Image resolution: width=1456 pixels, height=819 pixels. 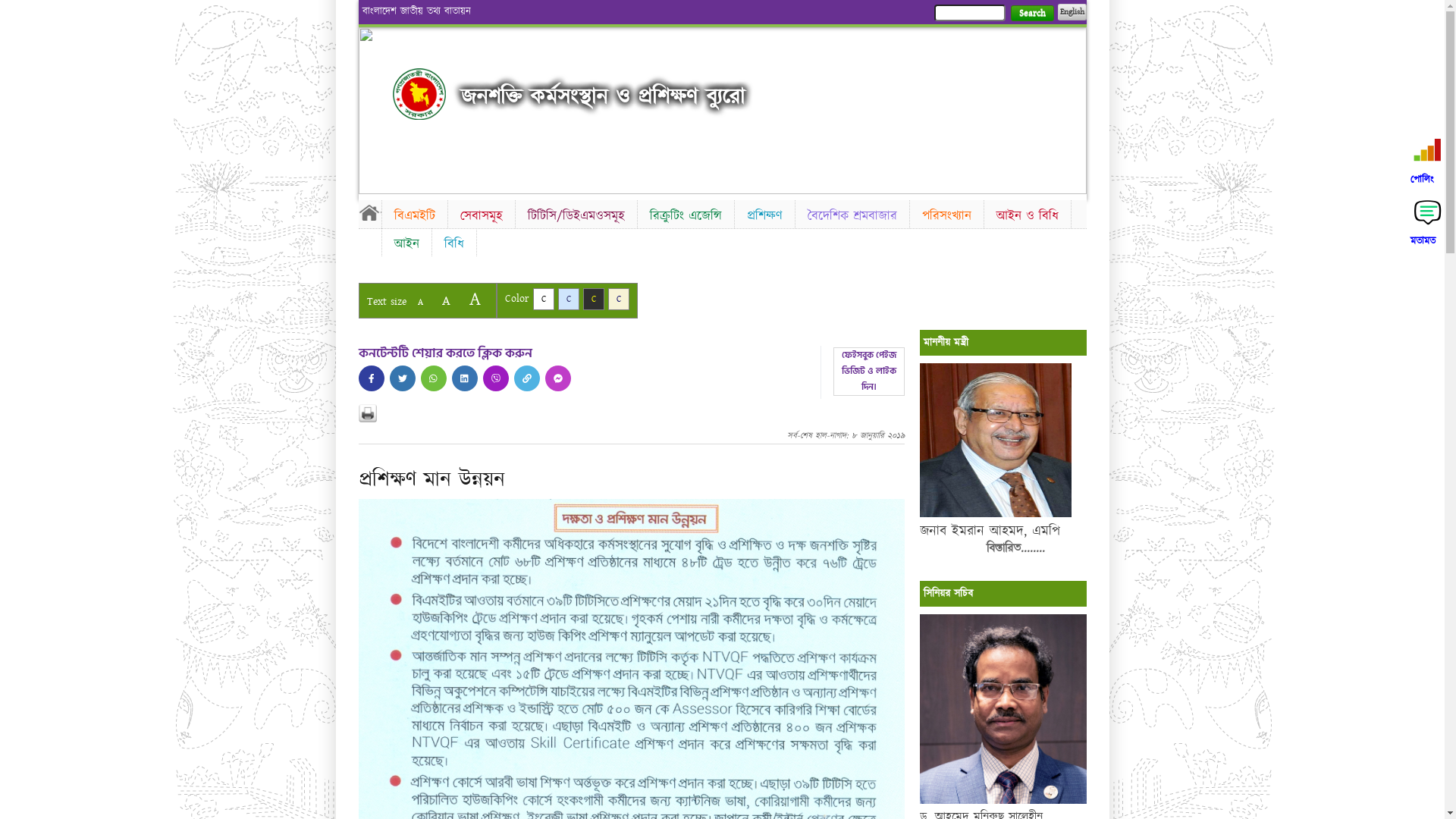 I want to click on 'Home', so click(x=393, y=93).